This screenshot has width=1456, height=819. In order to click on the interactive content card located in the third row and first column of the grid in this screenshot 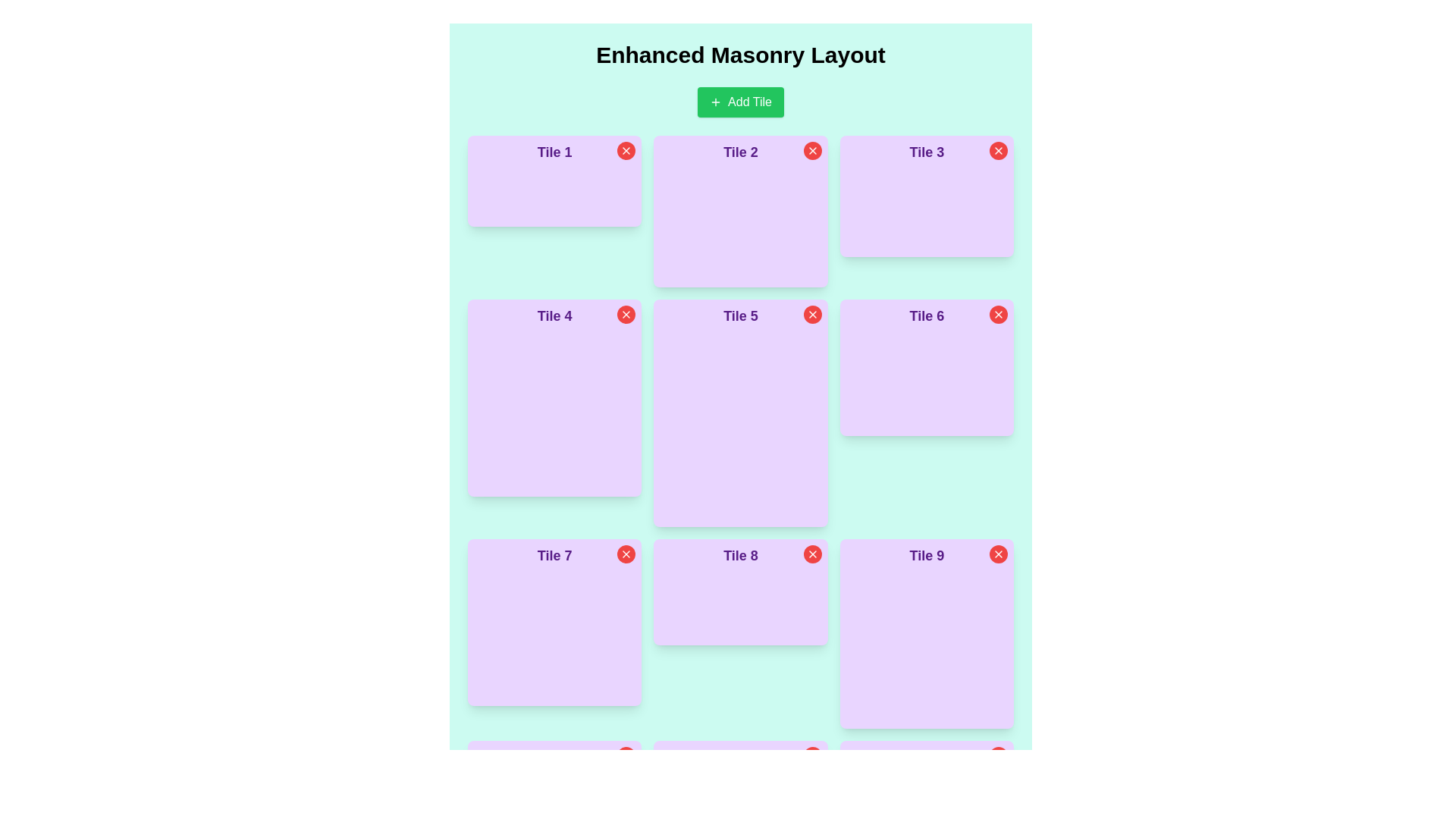, I will do `click(554, 623)`.